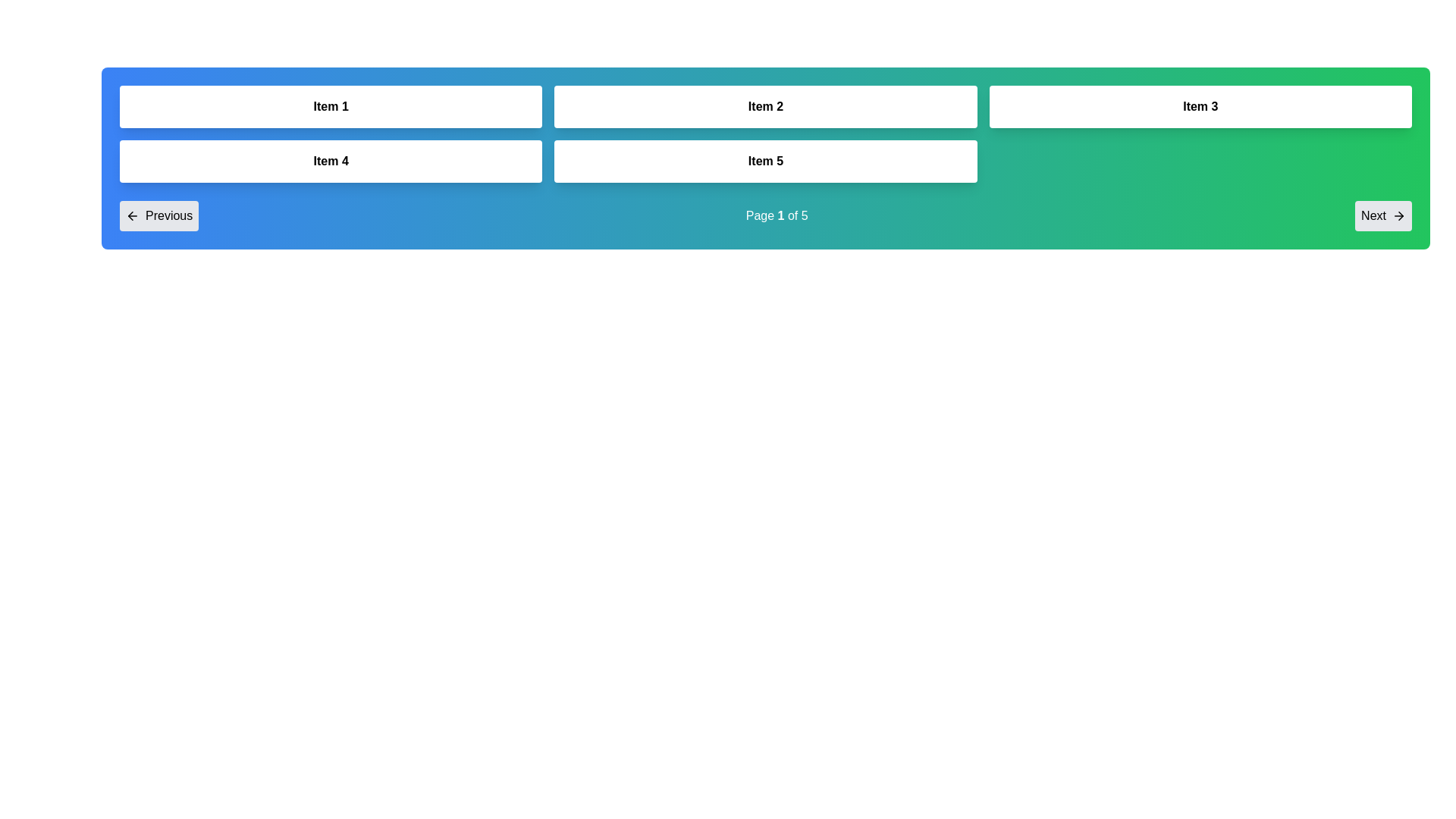 The height and width of the screenshot is (819, 1456). I want to click on the icon located at the far right of the green gradient background section within the 'Next' button, which indicates navigation forward or progression, so click(1400, 216).